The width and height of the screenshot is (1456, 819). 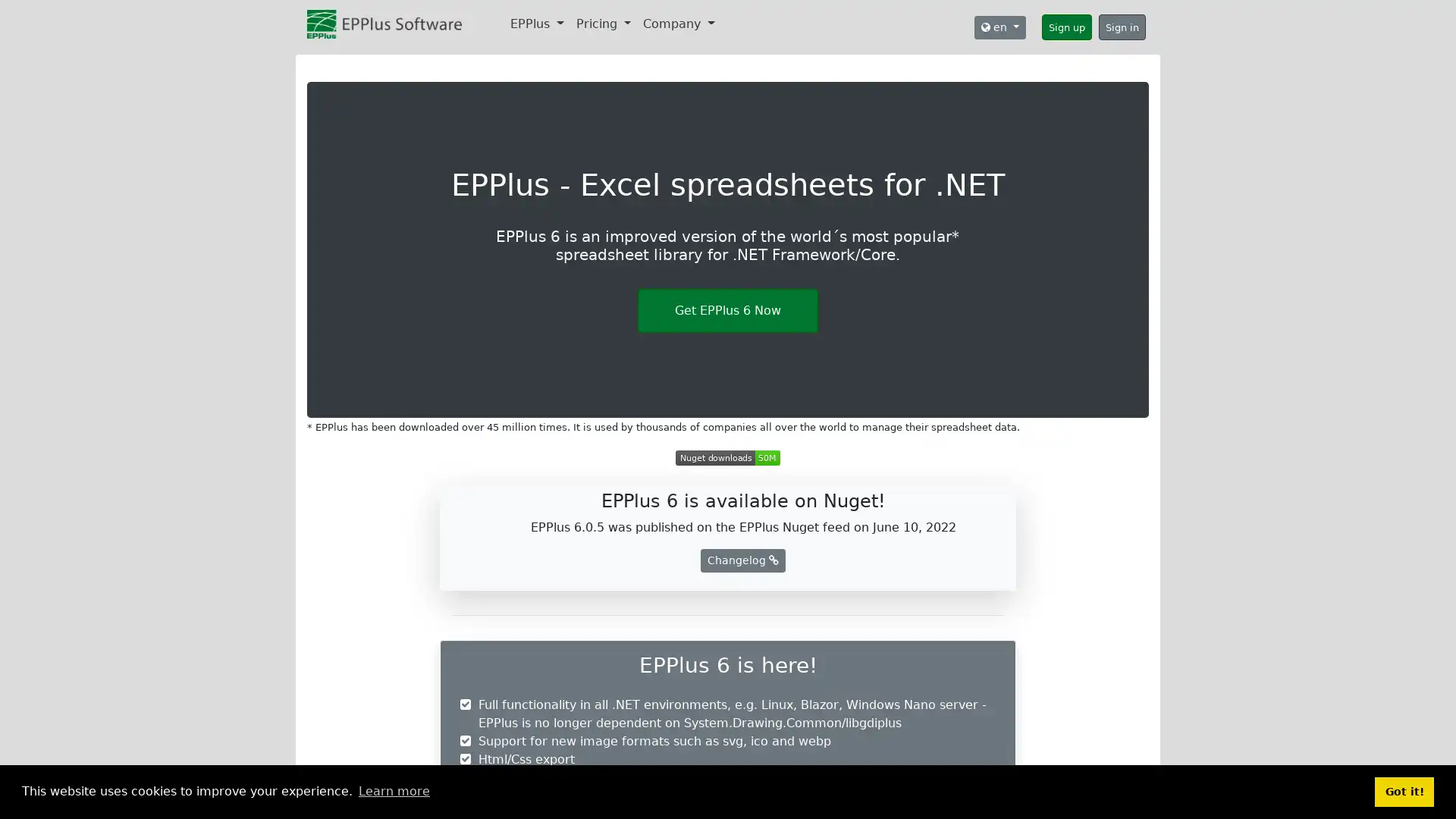 I want to click on dismiss cookie message, so click(x=1404, y=791).